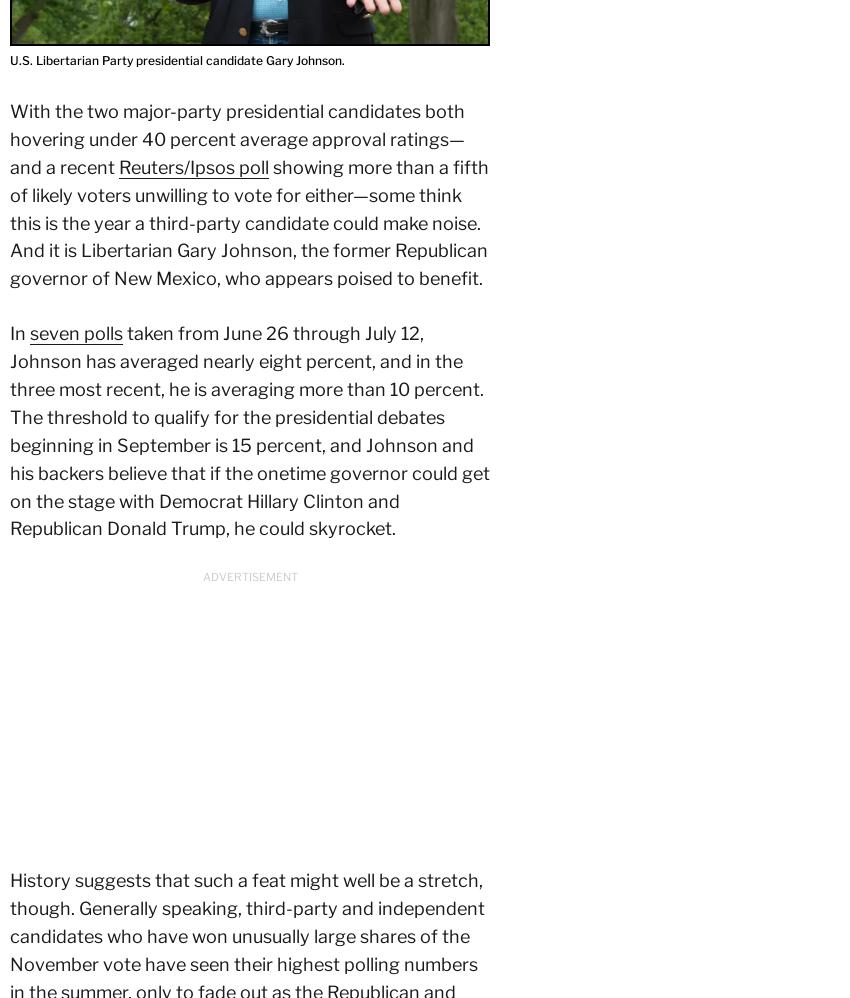 The height and width of the screenshot is (998, 850). What do you see at coordinates (333, 694) in the screenshot?
I see `'Libertarian Party'` at bounding box center [333, 694].